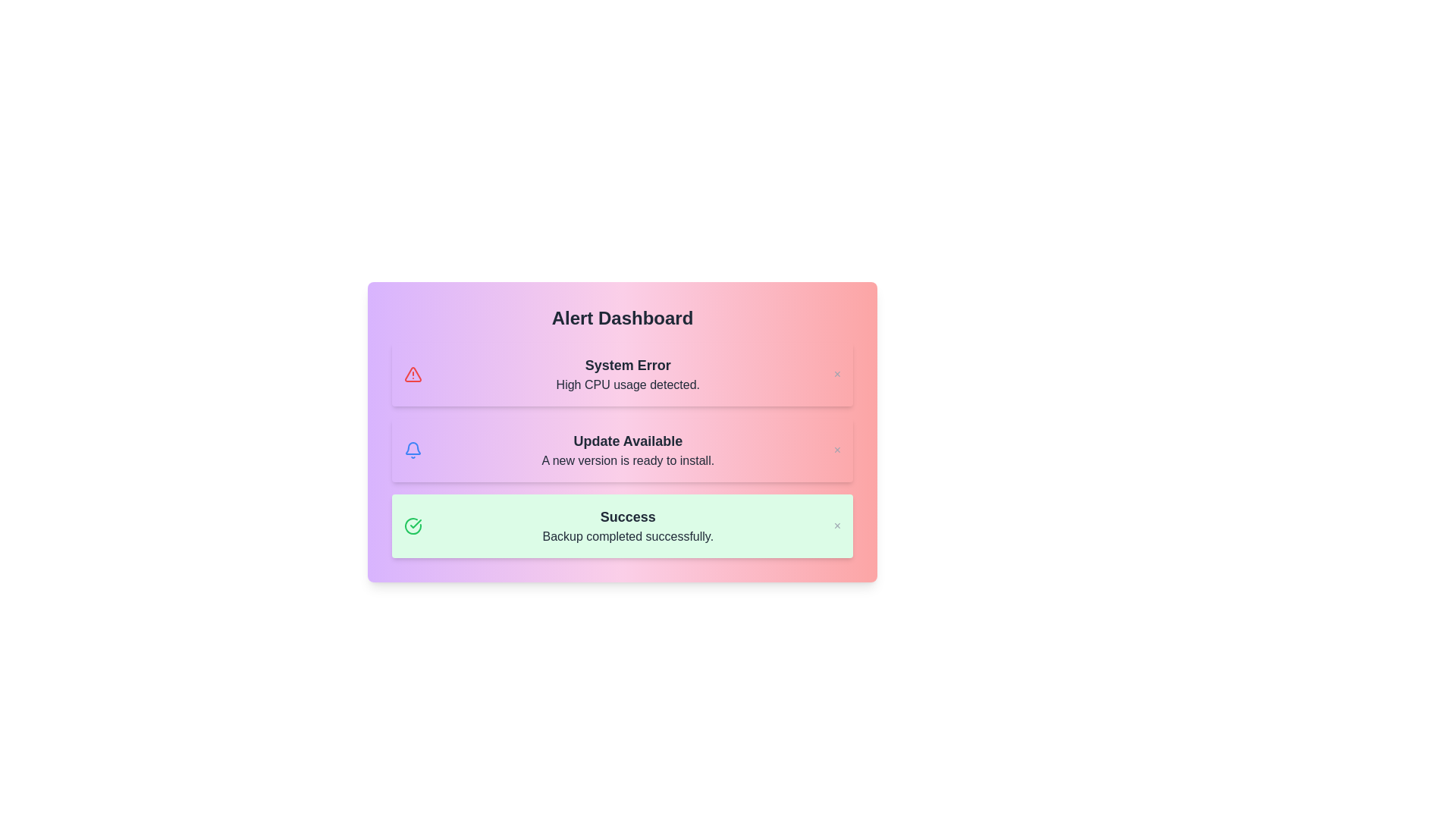  I want to click on the notification of type error, so click(622, 374).